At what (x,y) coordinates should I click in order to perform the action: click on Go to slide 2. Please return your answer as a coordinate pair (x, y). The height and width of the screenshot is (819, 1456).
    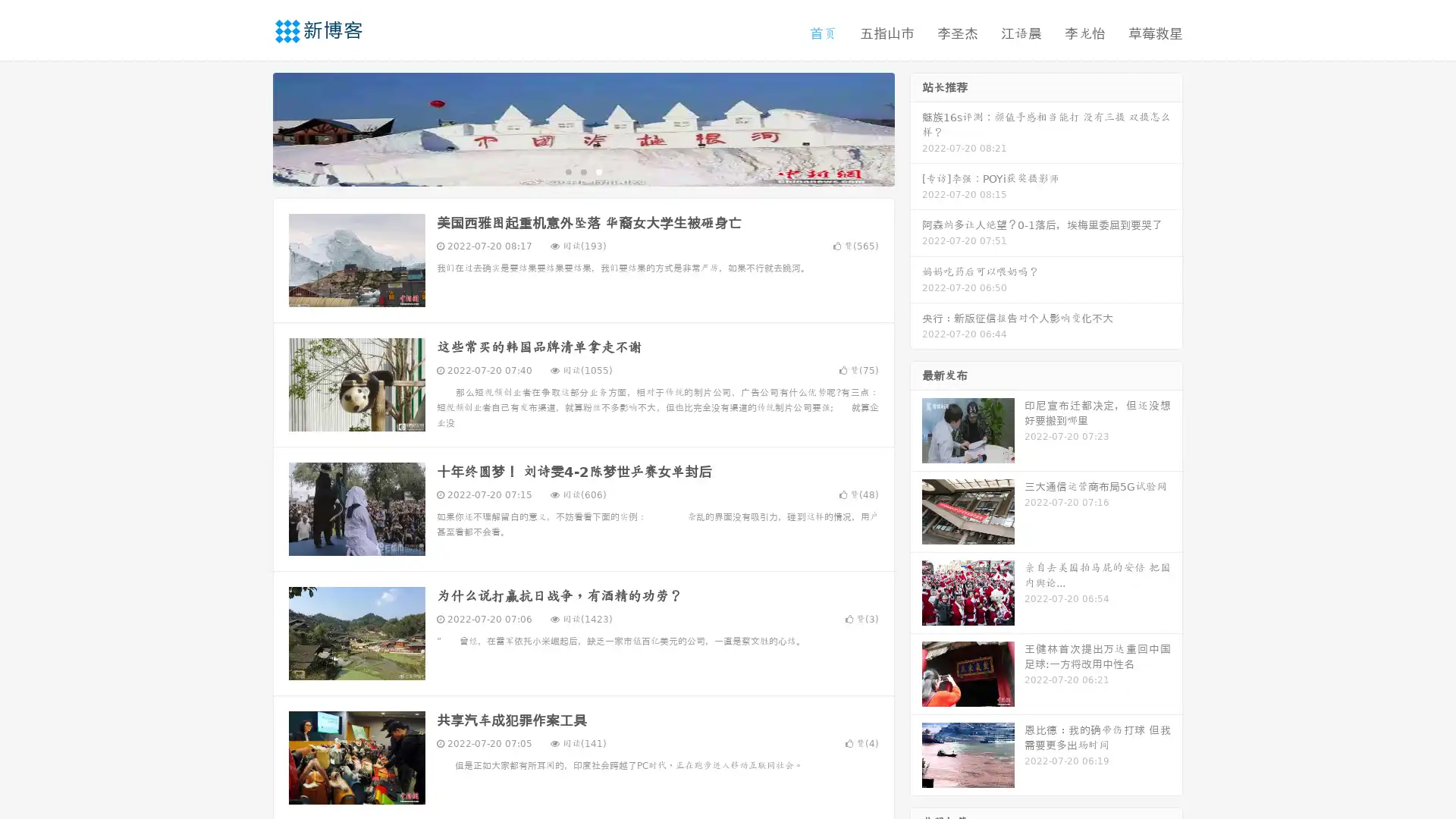
    Looking at the image, I should click on (582, 171).